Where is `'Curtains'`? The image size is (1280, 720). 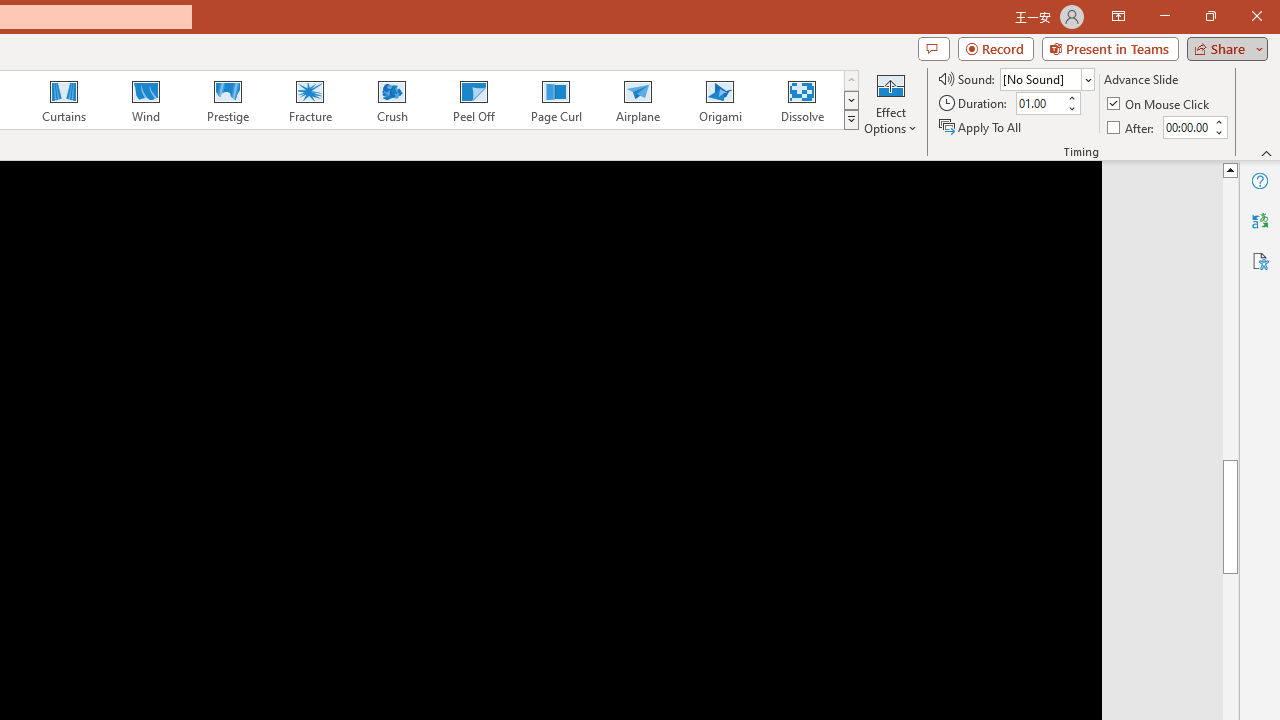 'Curtains' is located at coordinates (64, 100).